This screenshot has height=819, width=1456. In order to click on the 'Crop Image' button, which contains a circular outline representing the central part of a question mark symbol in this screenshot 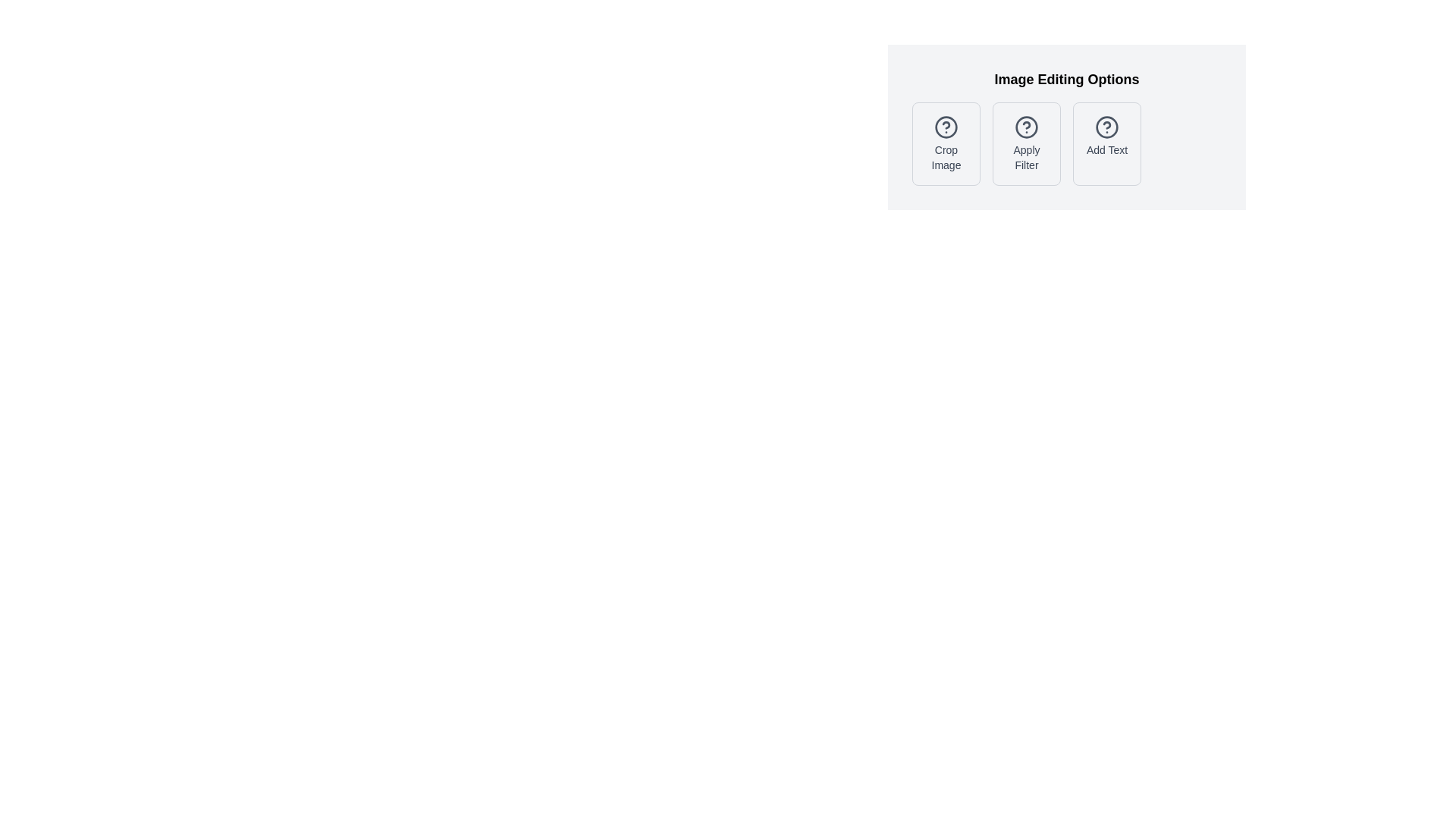, I will do `click(946, 127)`.